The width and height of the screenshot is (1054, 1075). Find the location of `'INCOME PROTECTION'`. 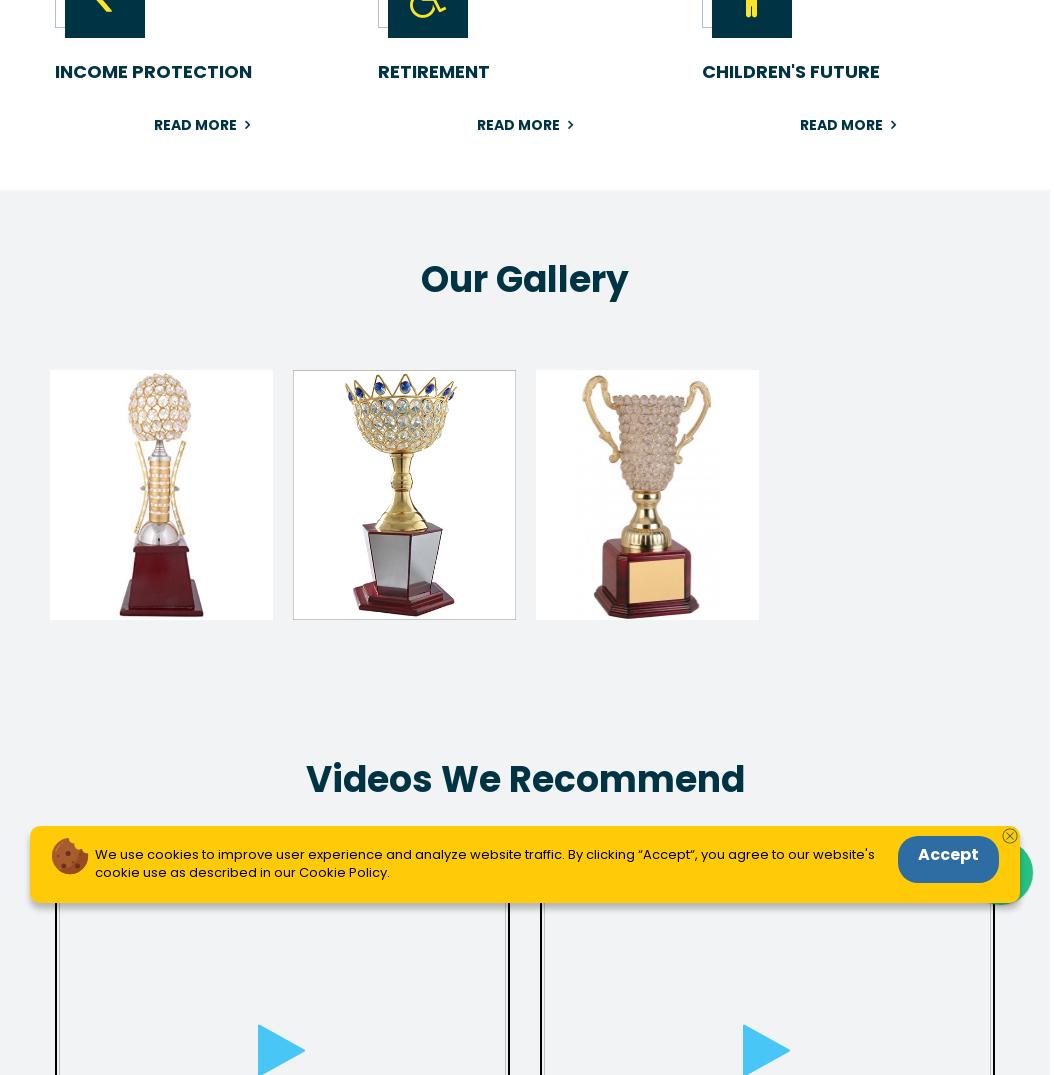

'INCOME PROTECTION' is located at coordinates (54, 71).